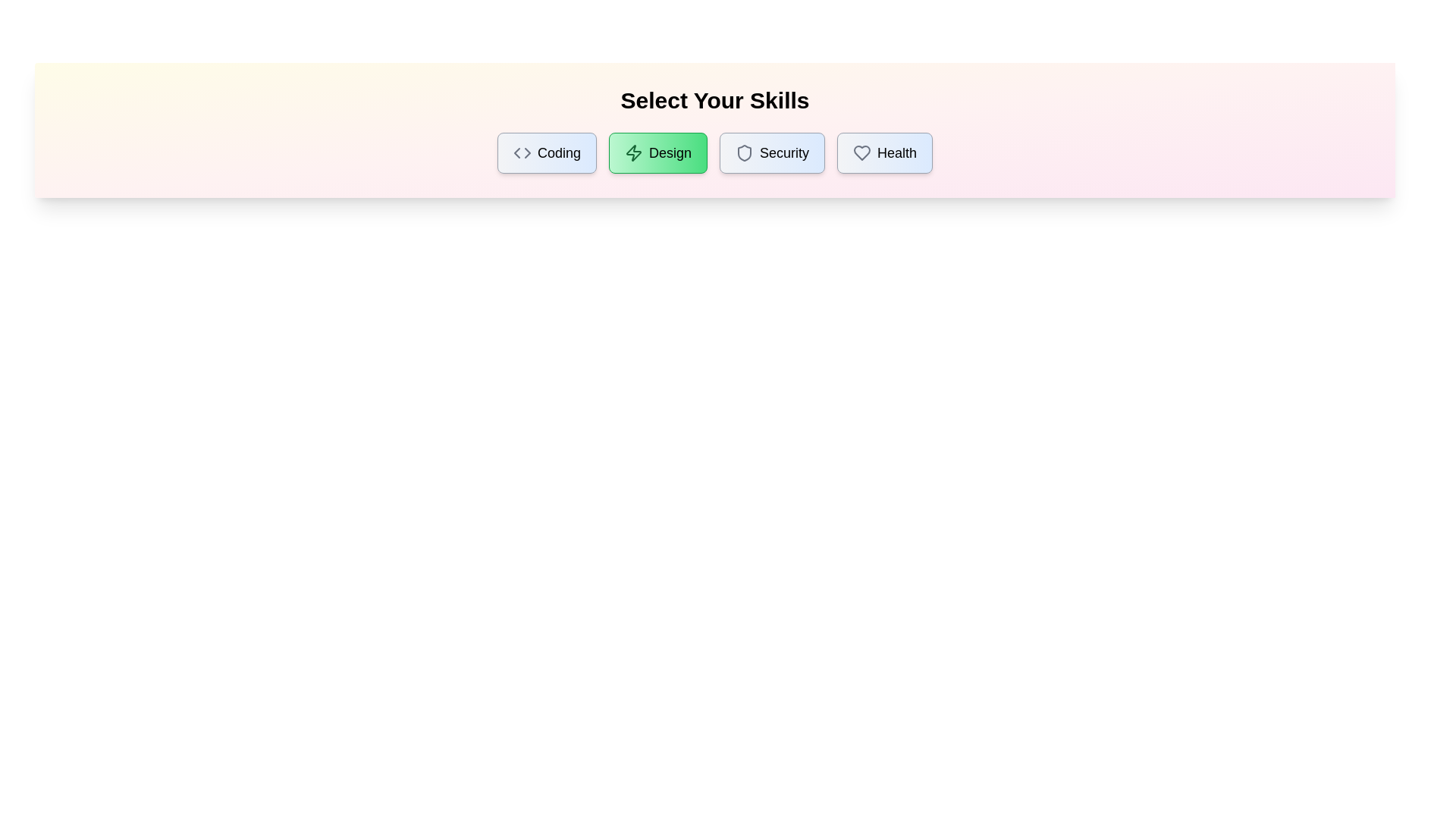  I want to click on the skill Coding by clicking on its button, so click(546, 152).